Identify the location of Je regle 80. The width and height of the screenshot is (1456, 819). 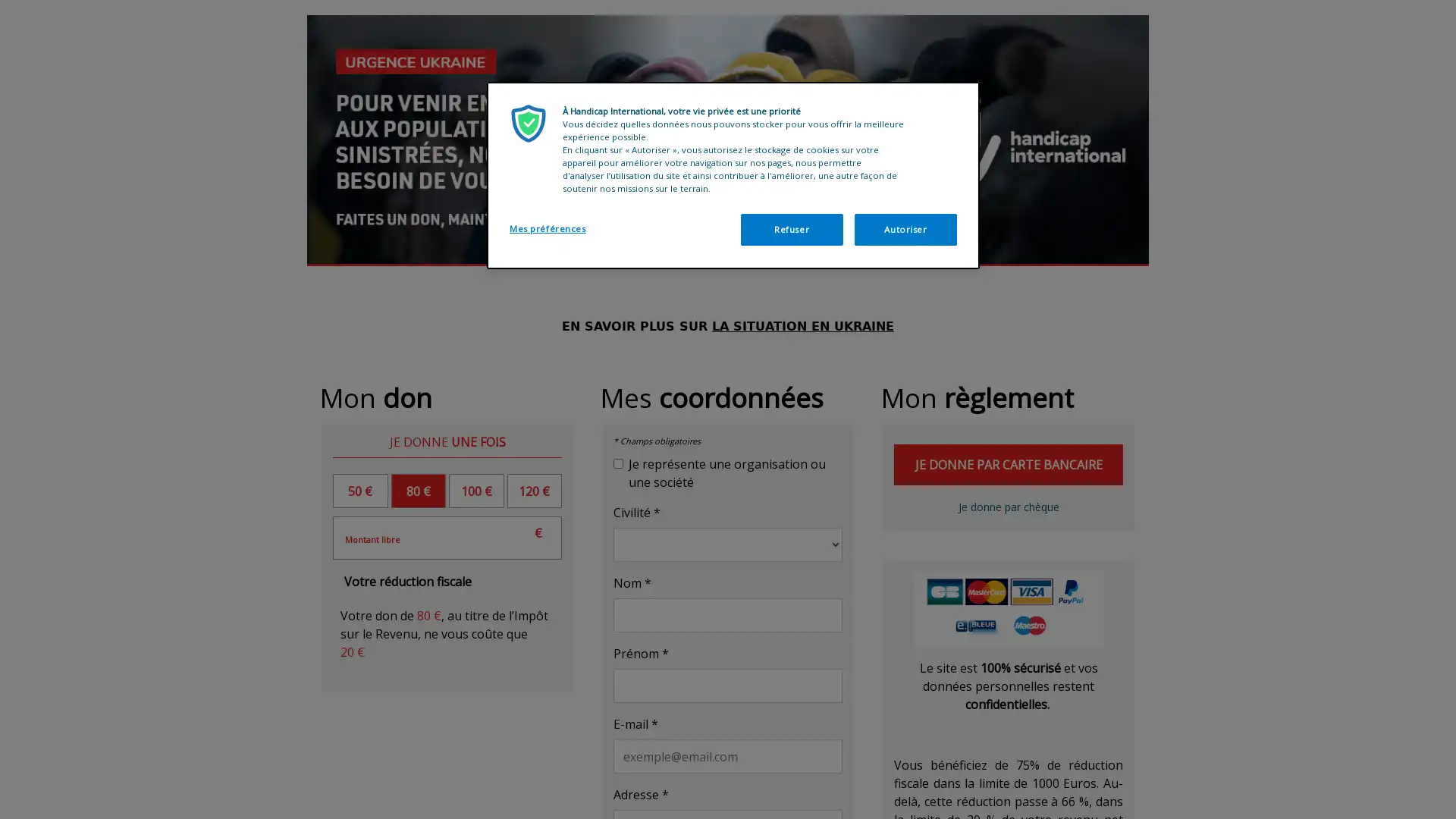
(1008, 506).